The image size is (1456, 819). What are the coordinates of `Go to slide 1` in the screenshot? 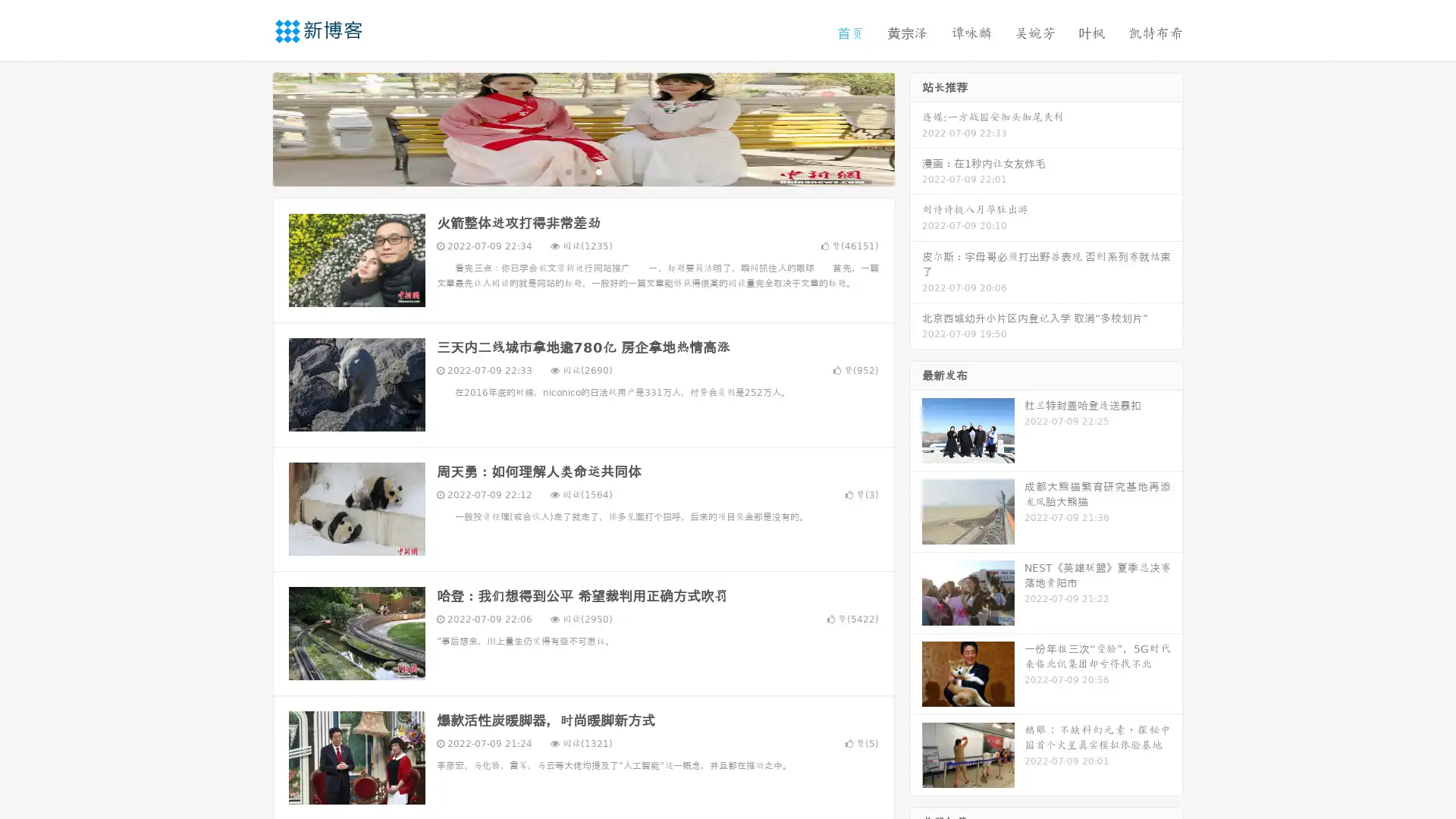 It's located at (567, 171).